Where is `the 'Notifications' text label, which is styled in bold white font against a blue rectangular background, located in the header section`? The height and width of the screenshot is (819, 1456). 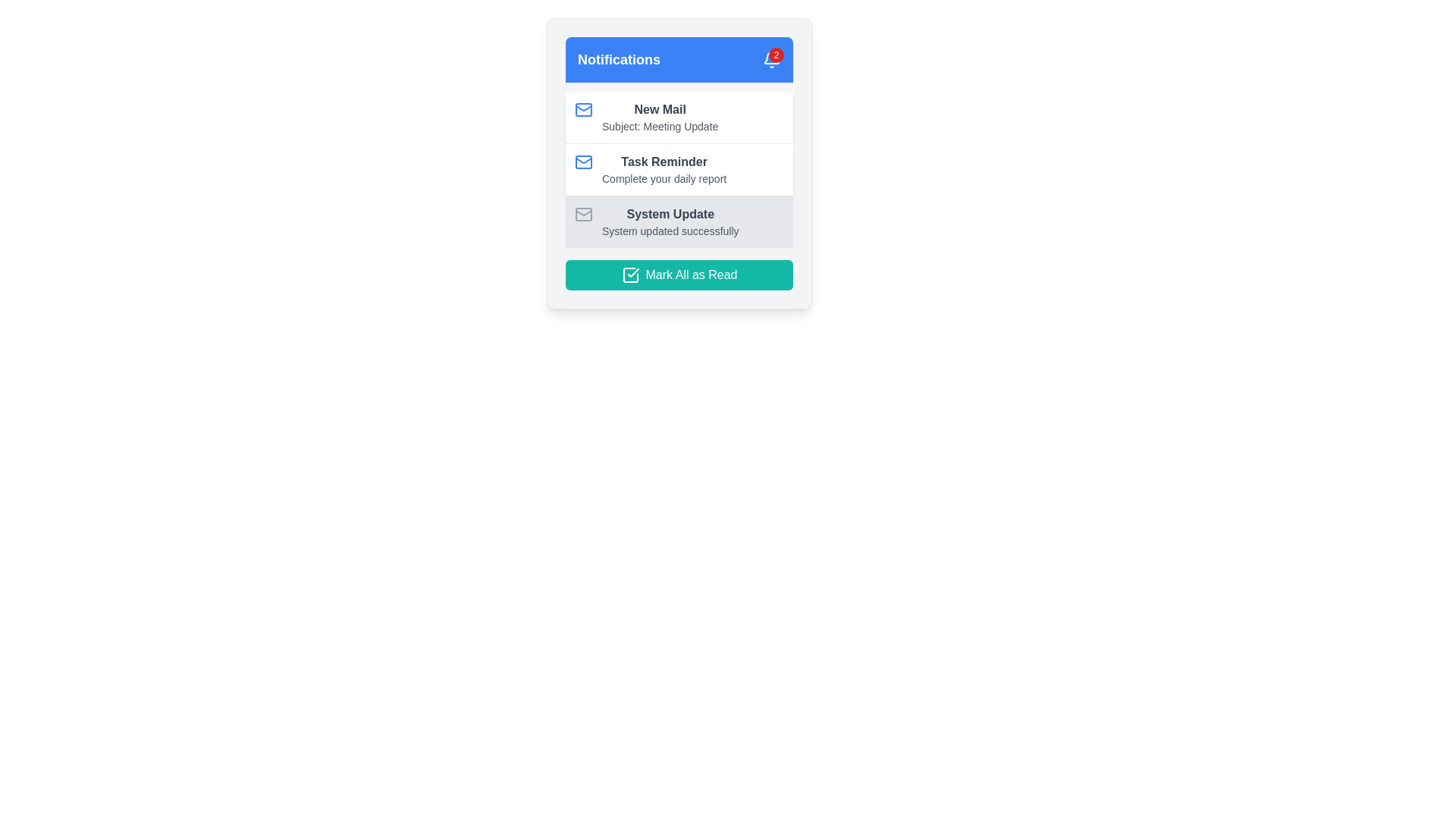
the 'Notifications' text label, which is styled in bold white font against a blue rectangular background, located in the header section is located at coordinates (619, 58).